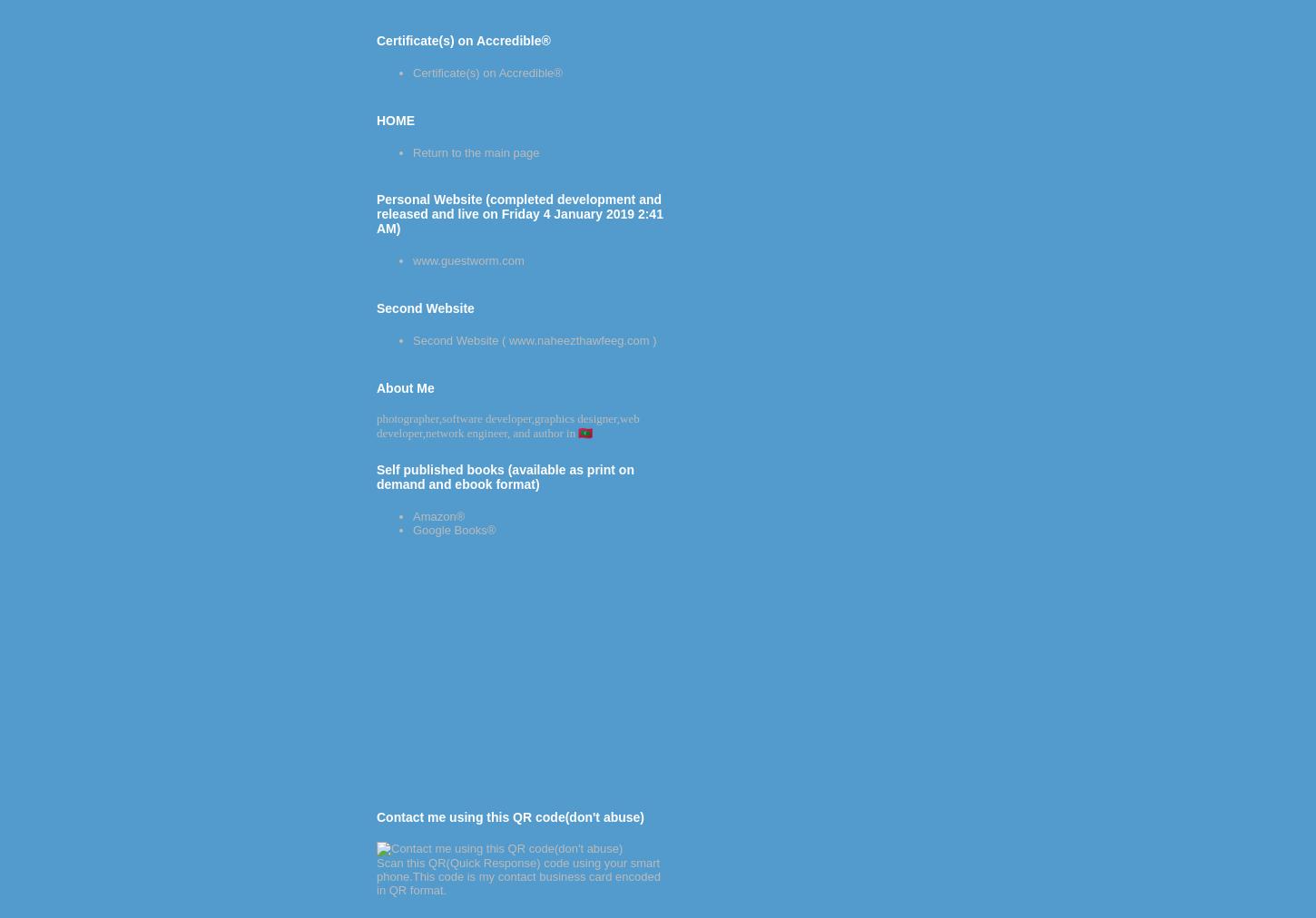  What do you see at coordinates (518, 875) in the screenshot?
I see `'Scan this QR(Quick Response) code using your smart phone.This code is my contact business card encoded in QR format.'` at bounding box center [518, 875].